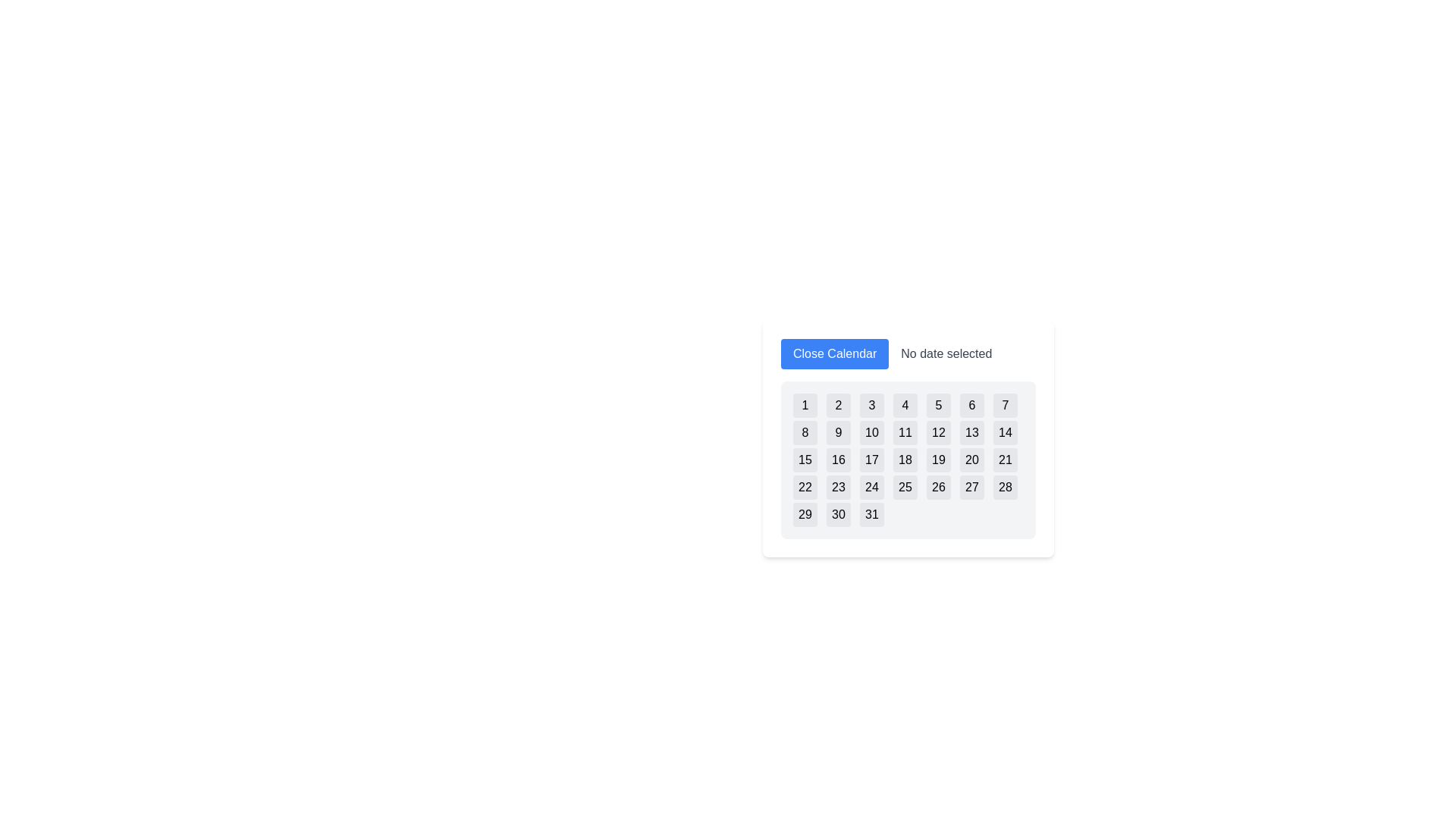 The width and height of the screenshot is (1456, 819). What do you see at coordinates (872, 405) in the screenshot?
I see `the square-shaped button with rounded corners displaying the number '3'` at bounding box center [872, 405].